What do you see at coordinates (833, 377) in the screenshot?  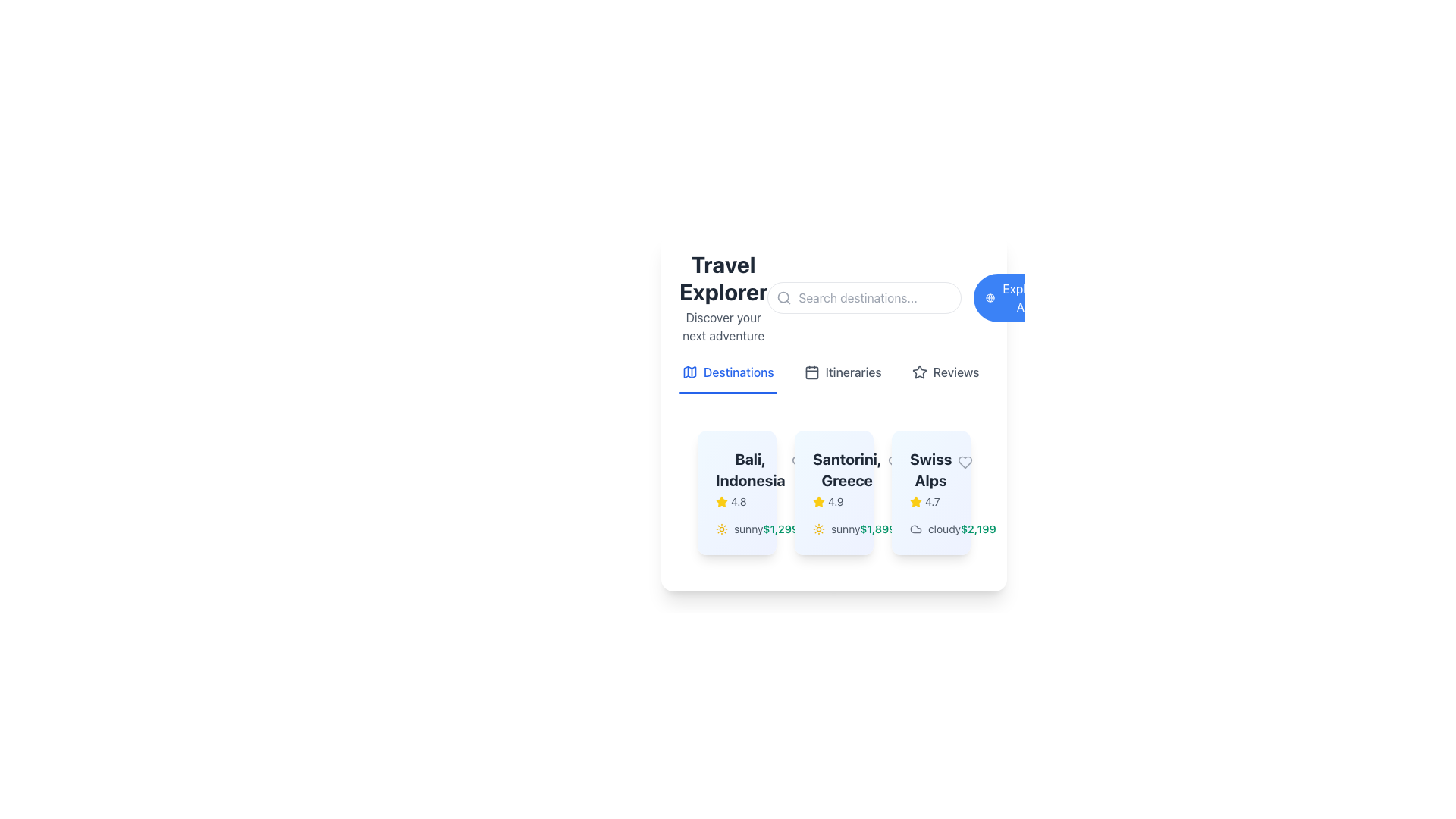 I see `the Interactive tab` at bounding box center [833, 377].